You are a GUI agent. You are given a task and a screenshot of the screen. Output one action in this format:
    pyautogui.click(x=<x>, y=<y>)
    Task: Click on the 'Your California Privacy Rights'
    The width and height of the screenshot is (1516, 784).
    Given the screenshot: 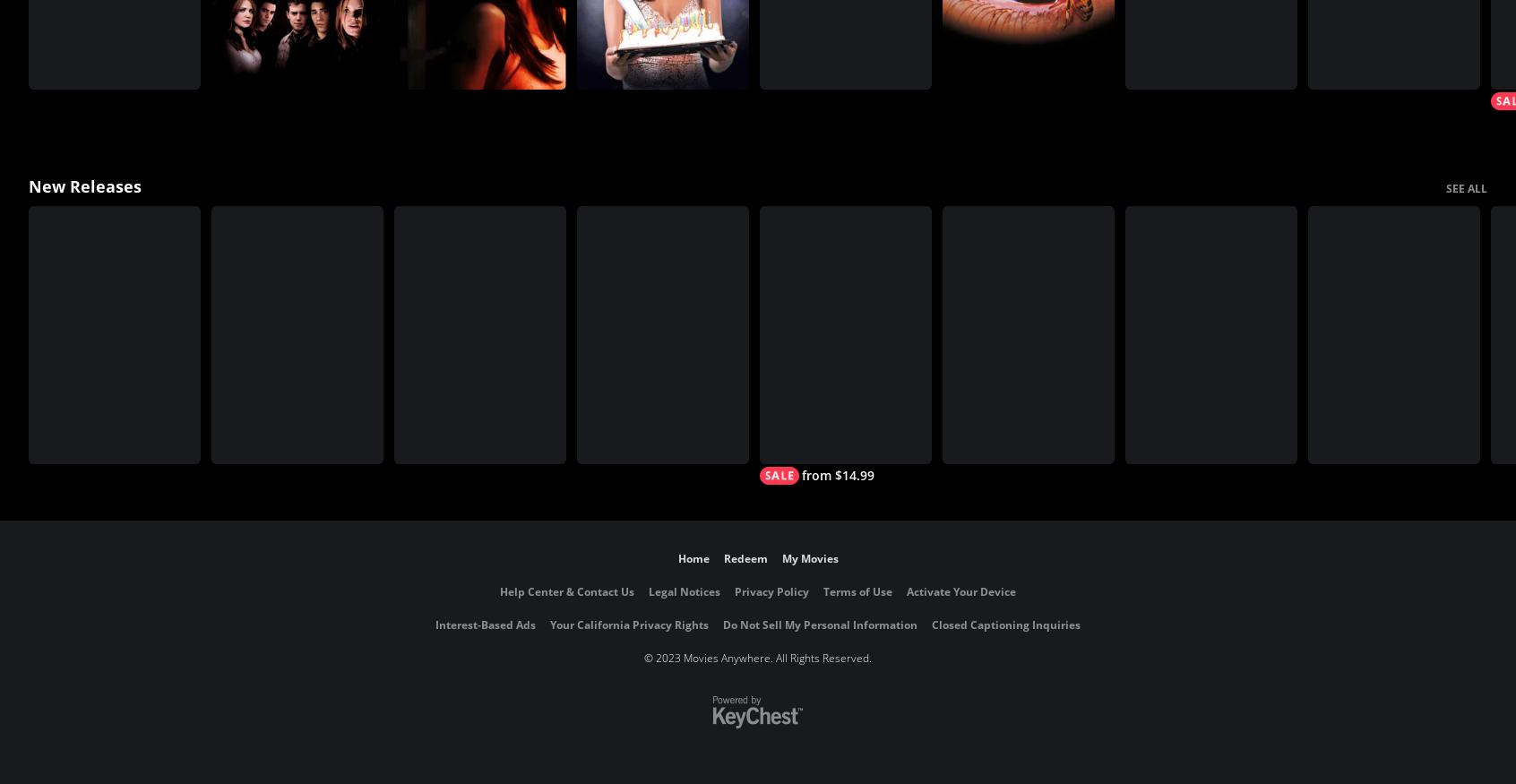 What is the action you would take?
    pyautogui.click(x=629, y=625)
    